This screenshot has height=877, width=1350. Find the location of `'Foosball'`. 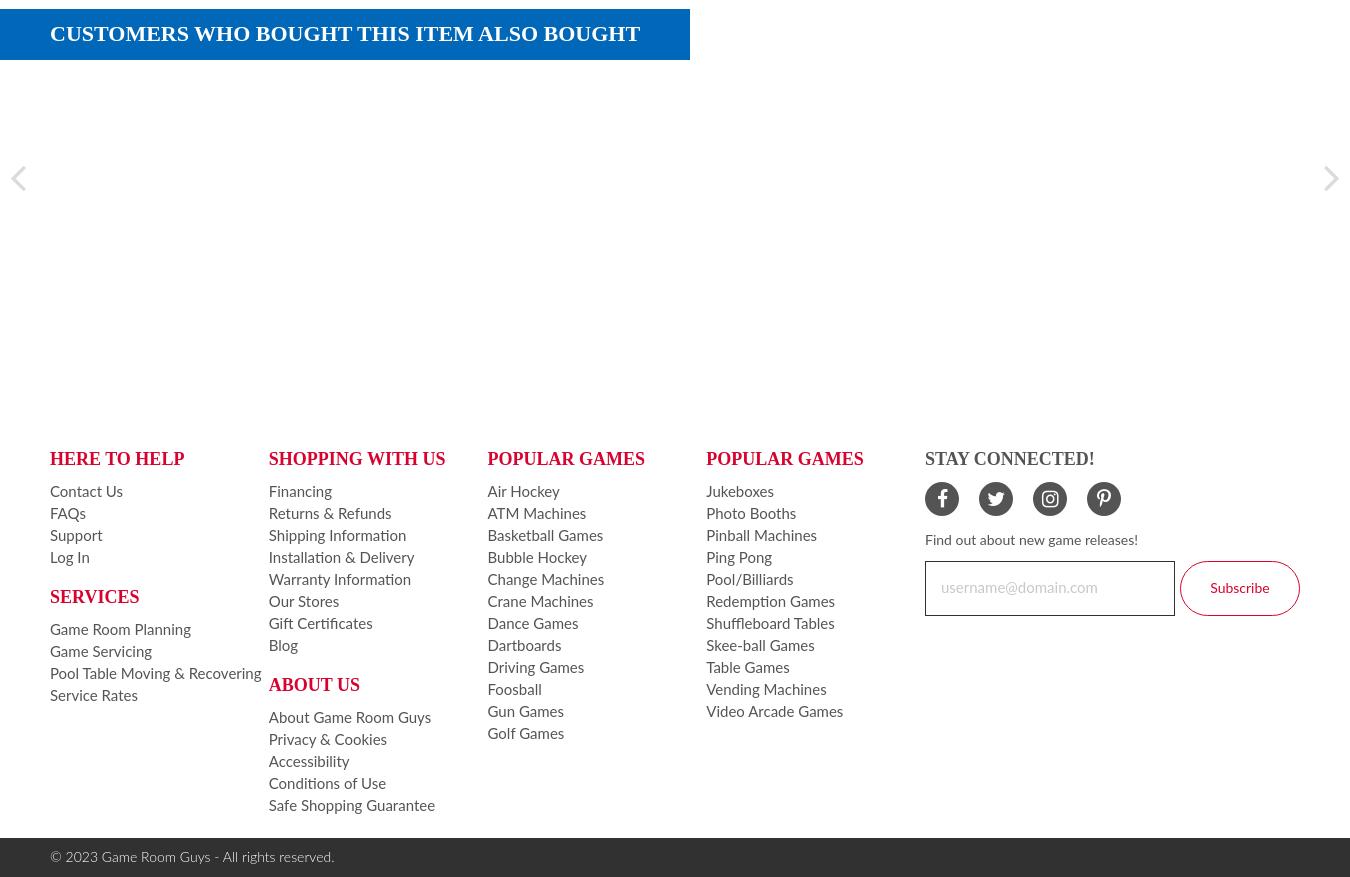

'Foosball' is located at coordinates (512, 688).